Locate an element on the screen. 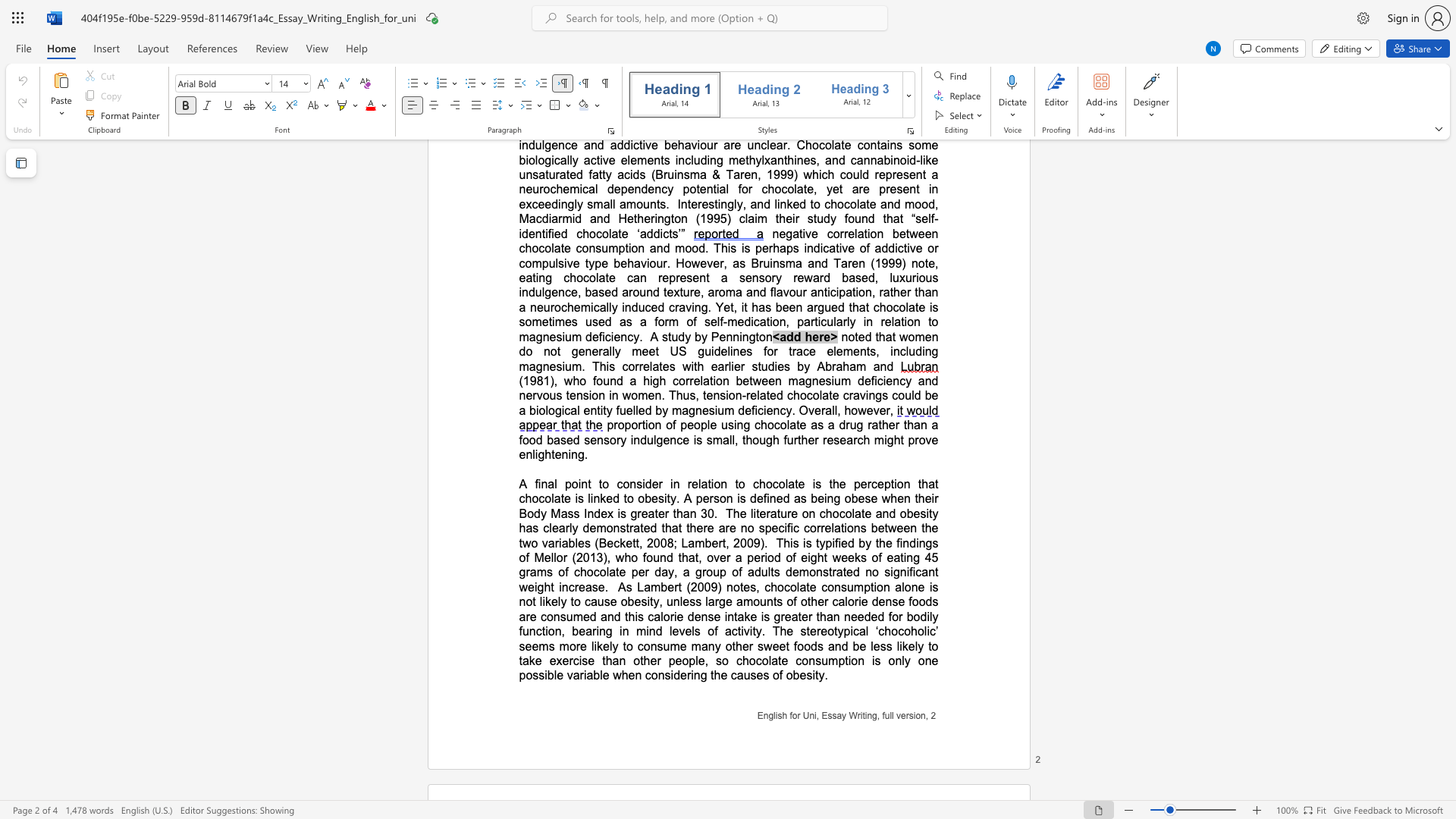 The width and height of the screenshot is (1456, 819). the subset text "tions between the two variables (B" within the text "that there are no specific correlations between the two variables (Beckett, 2008; Lambert, 2009)" is located at coordinates (839, 527).